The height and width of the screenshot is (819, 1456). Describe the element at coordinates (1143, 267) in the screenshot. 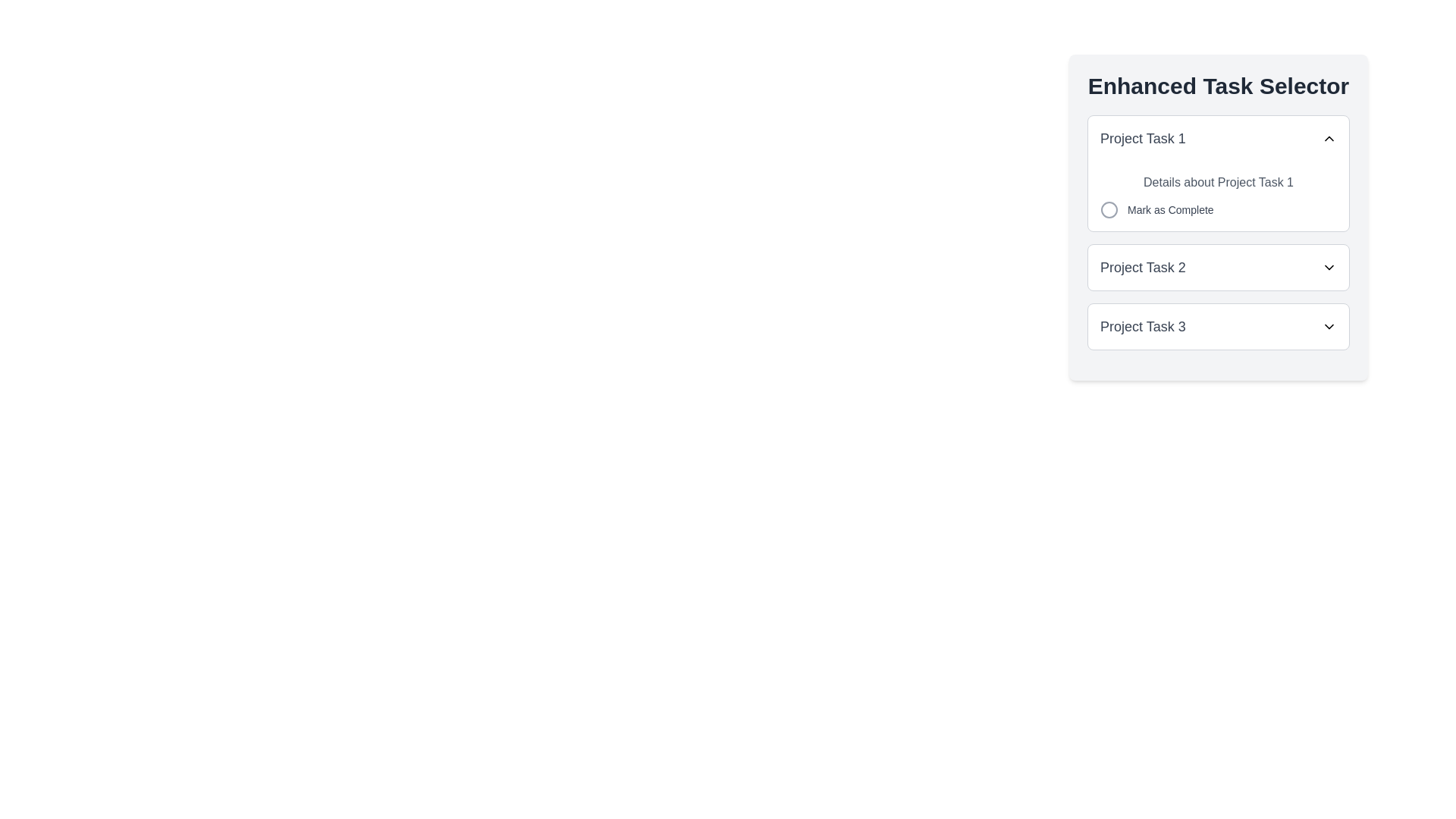

I see `the text label displaying 'Project Task 2'` at that location.